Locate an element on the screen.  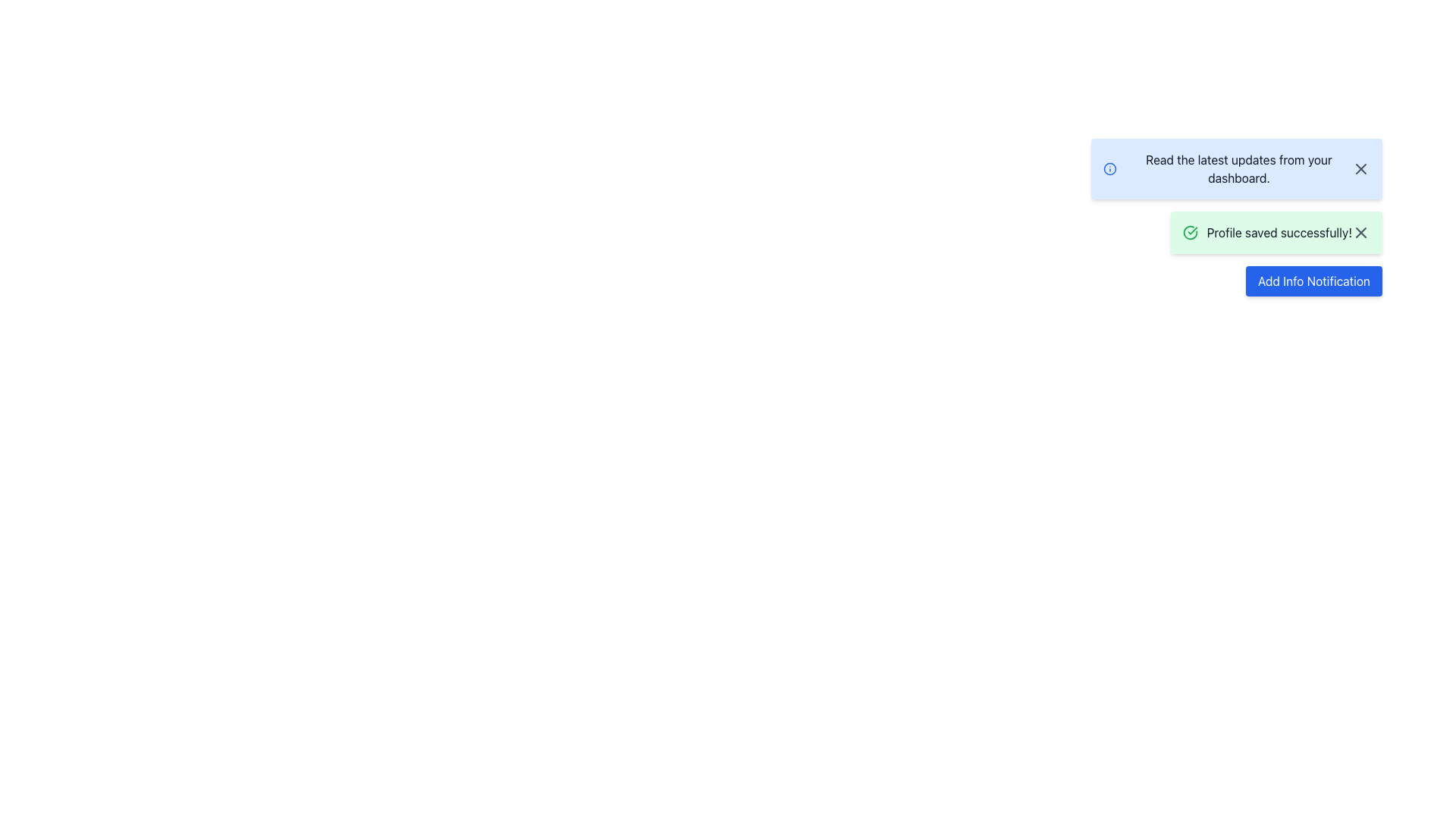
the Informational Text that indicates the successful saving of a profile, located to the right of a green circular icon and to the left of a close button within a green notification box is located at coordinates (1279, 233).